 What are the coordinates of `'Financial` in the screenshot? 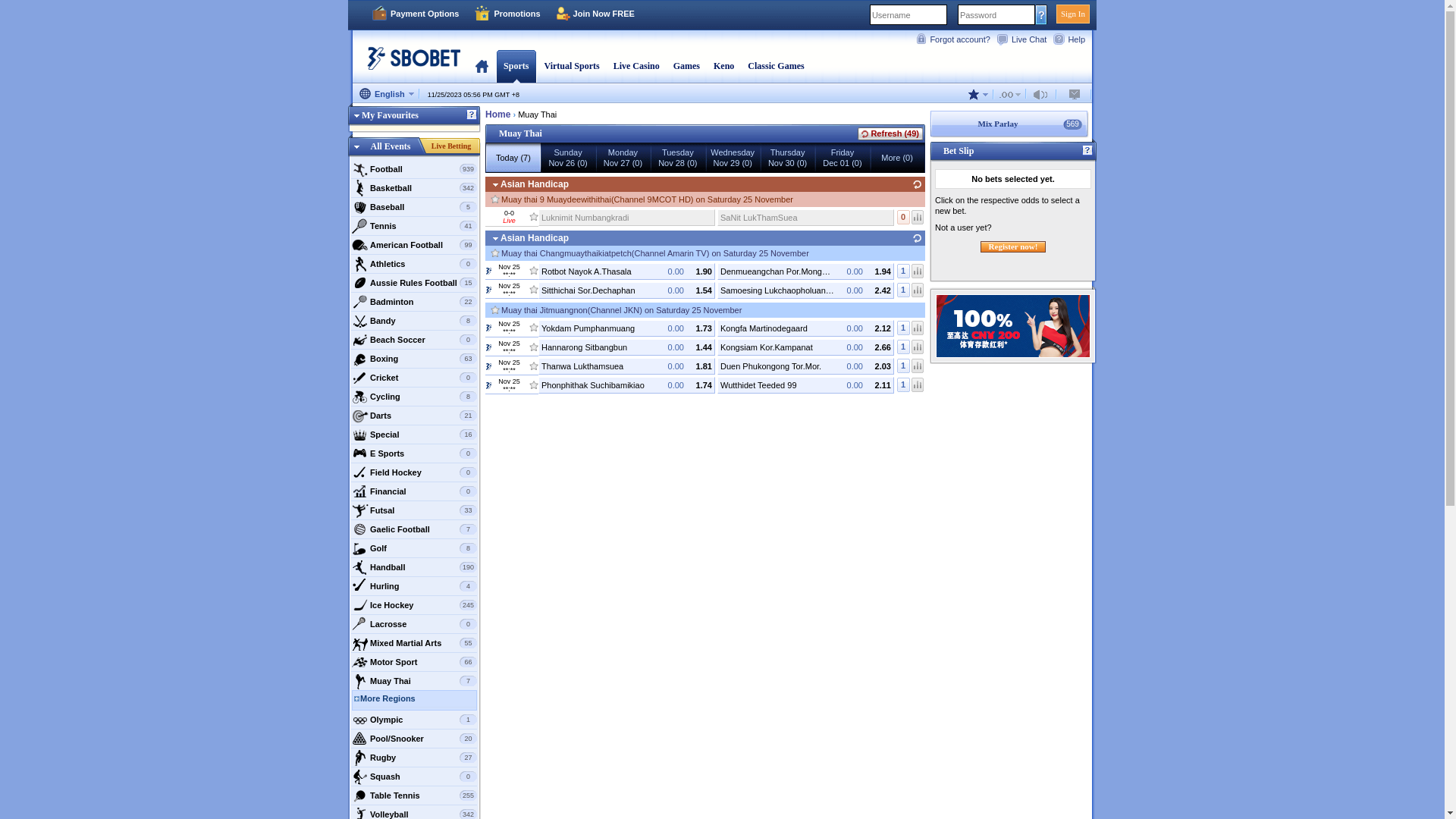 It's located at (414, 491).